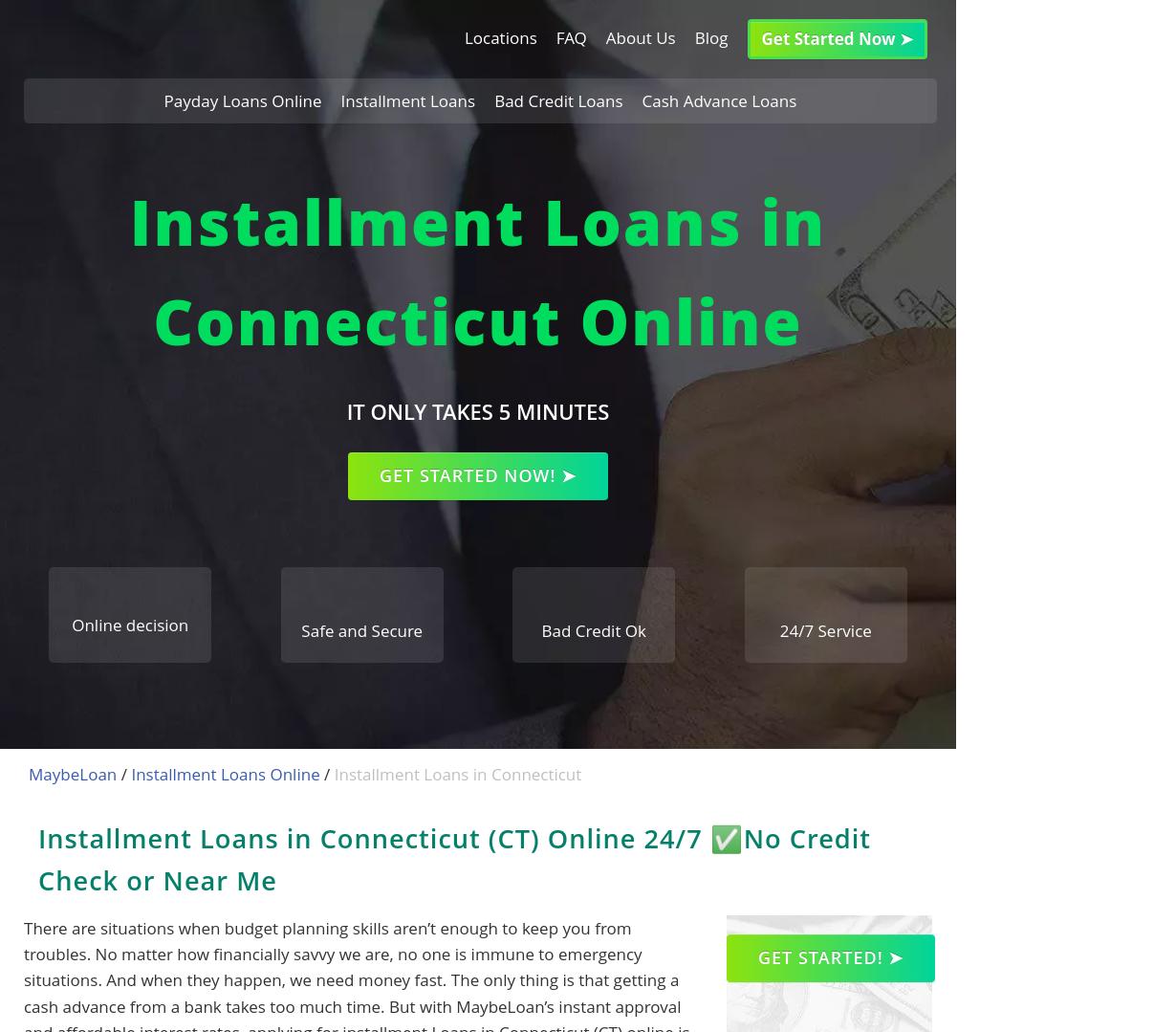 This screenshot has width=1176, height=1032. What do you see at coordinates (557, 100) in the screenshot?
I see `'Bad Credit Loans'` at bounding box center [557, 100].